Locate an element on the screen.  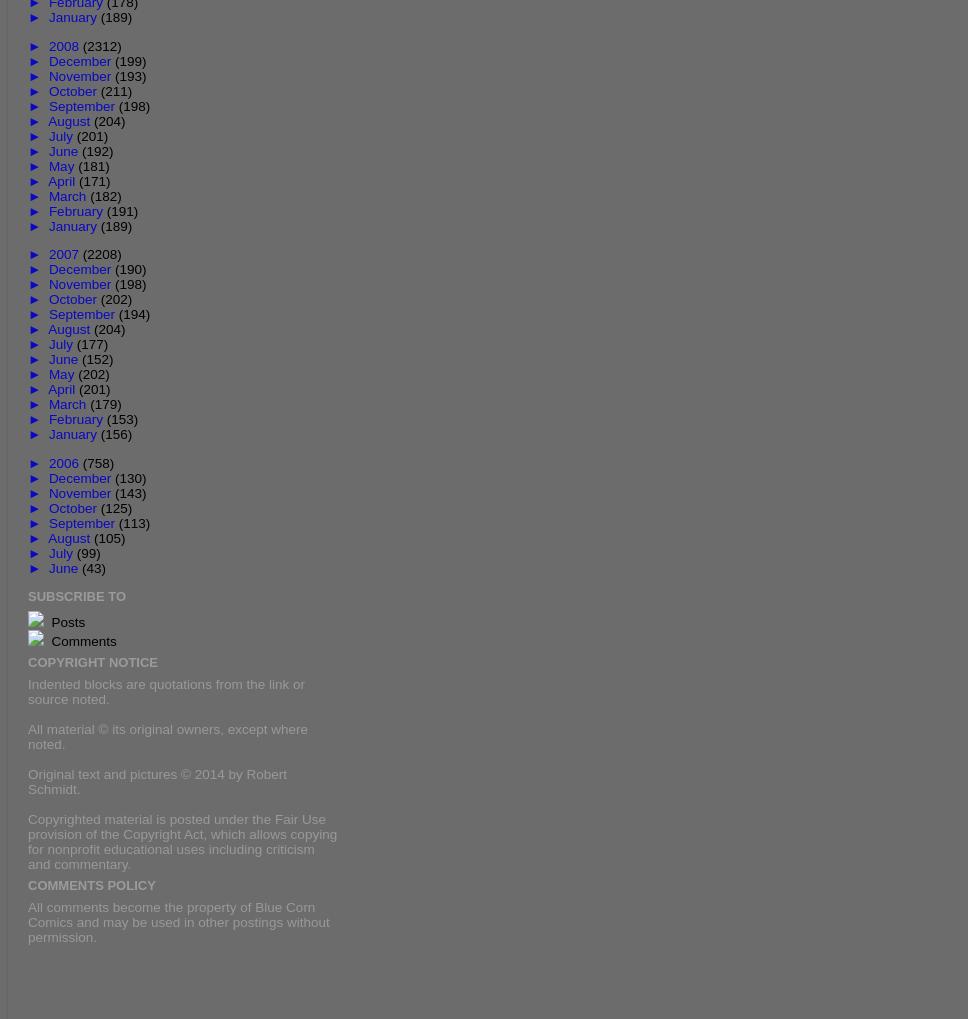
'(130)' is located at coordinates (129, 476).